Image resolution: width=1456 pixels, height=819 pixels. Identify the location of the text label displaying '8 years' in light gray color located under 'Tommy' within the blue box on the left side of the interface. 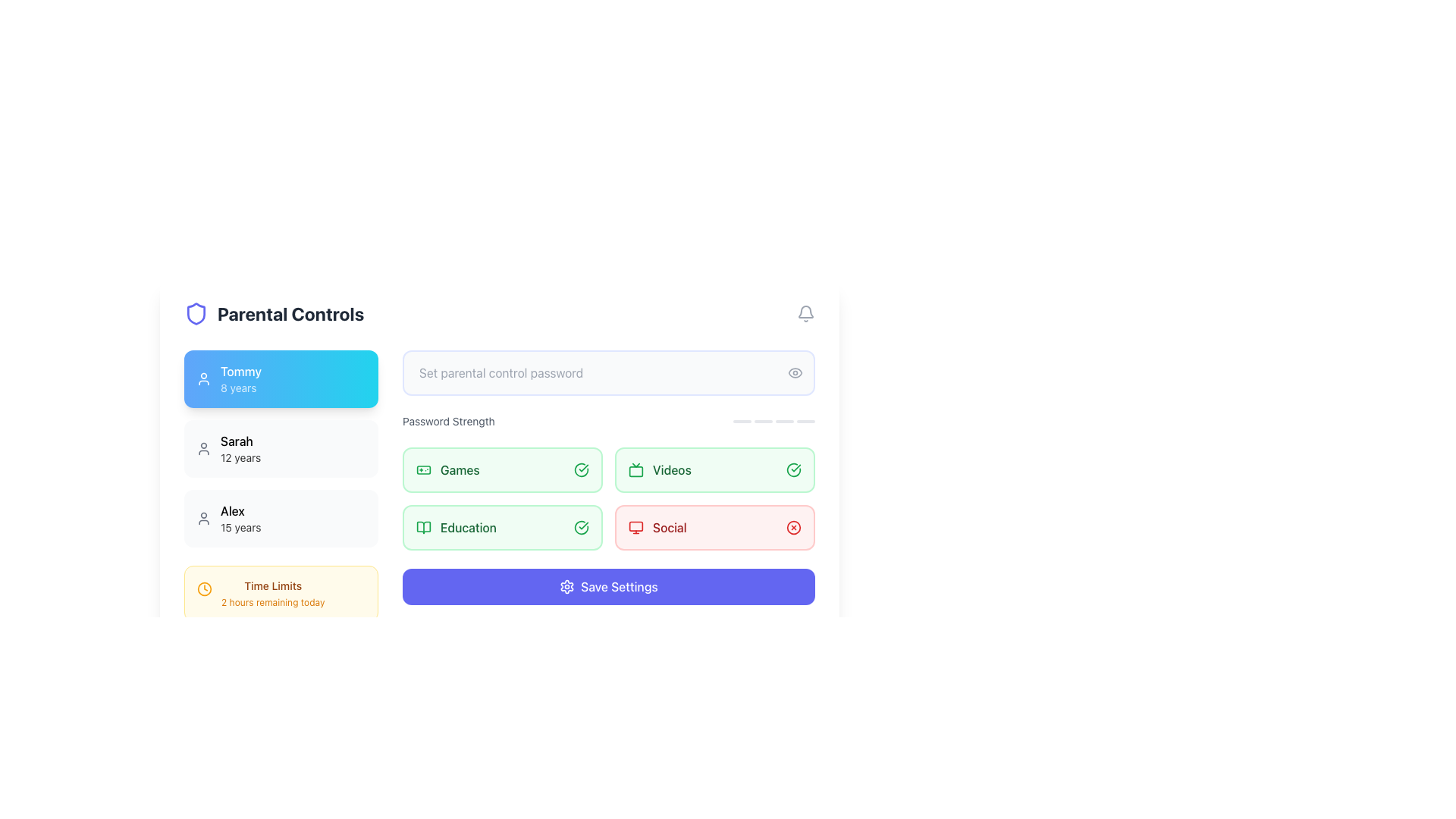
(240, 388).